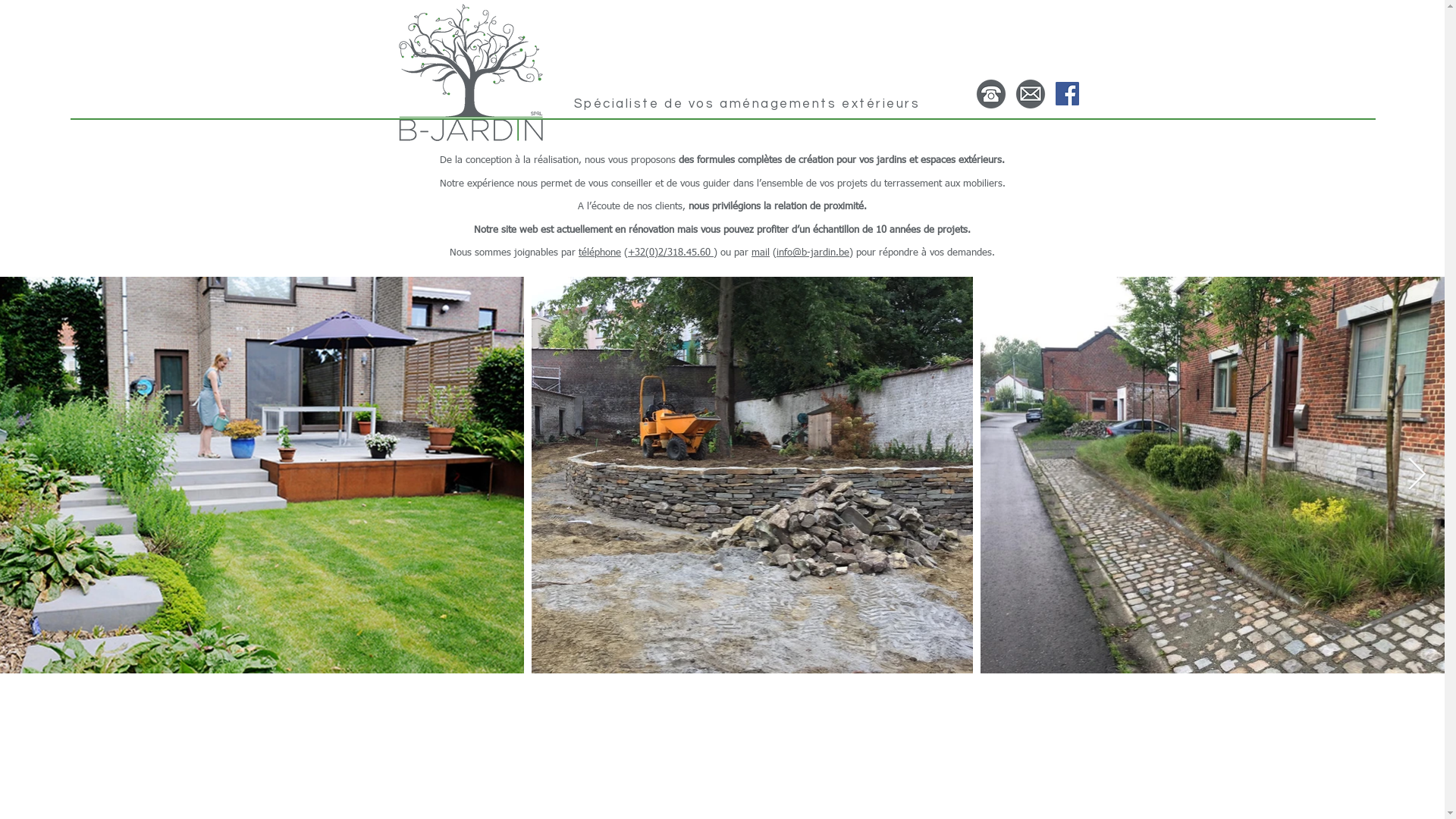 The image size is (1456, 819). I want to click on 'info@b-jardin.be', so click(811, 252).